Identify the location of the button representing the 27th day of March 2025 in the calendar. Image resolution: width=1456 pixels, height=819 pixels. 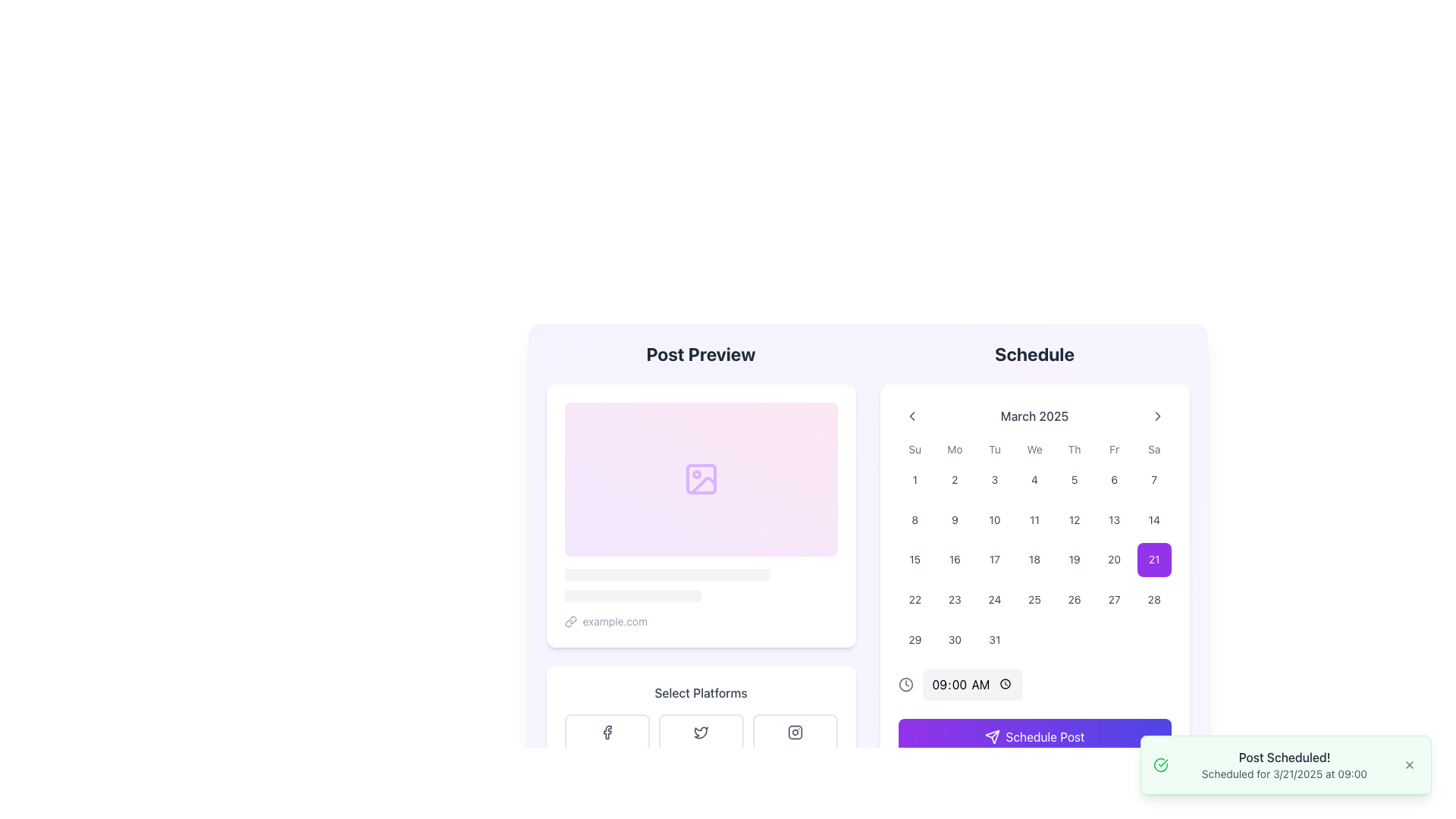
(1114, 598).